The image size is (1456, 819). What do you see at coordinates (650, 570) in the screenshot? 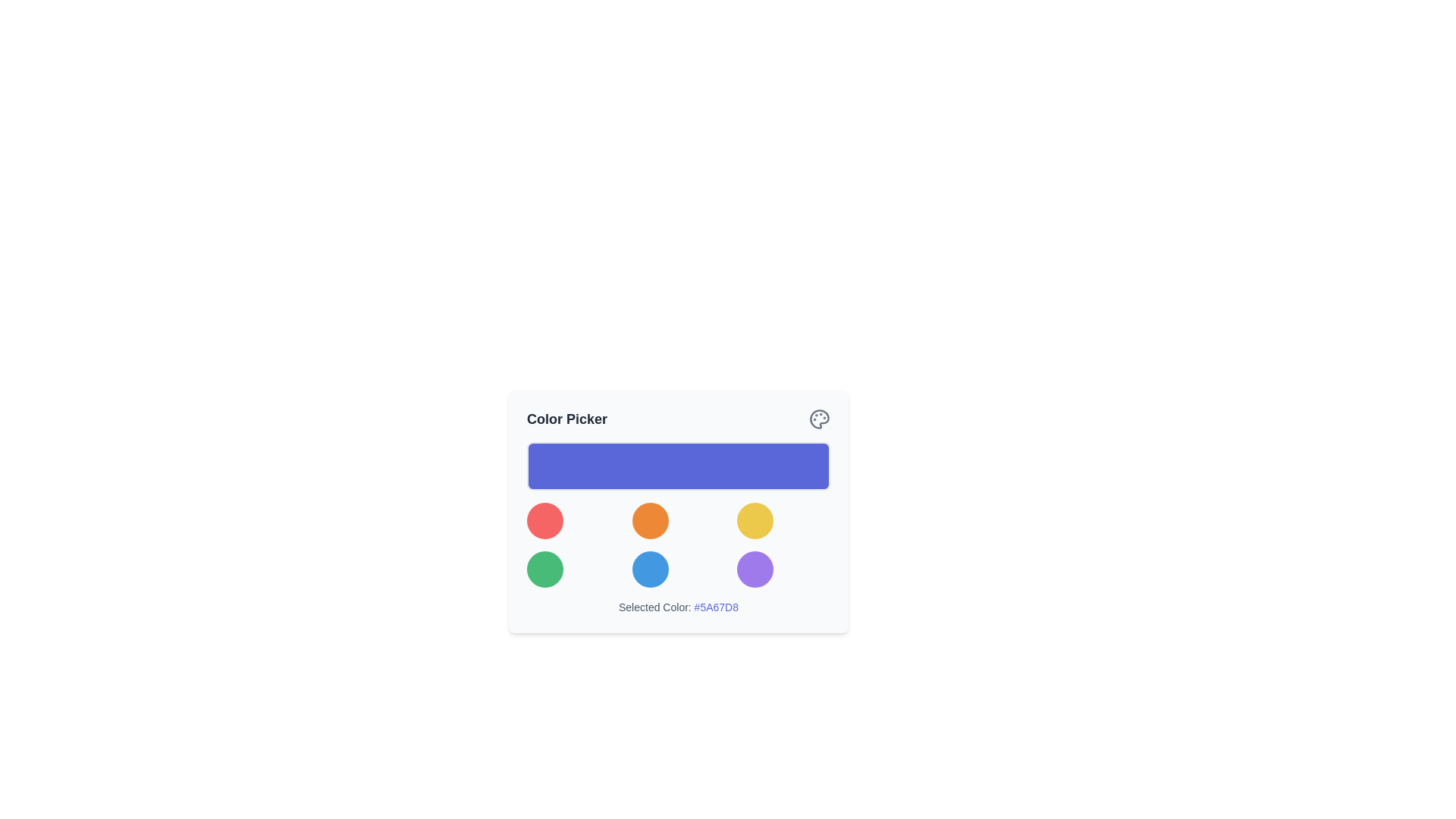
I see `the blue circular button located in the bottom row of the 'Color Picker' grid` at bounding box center [650, 570].